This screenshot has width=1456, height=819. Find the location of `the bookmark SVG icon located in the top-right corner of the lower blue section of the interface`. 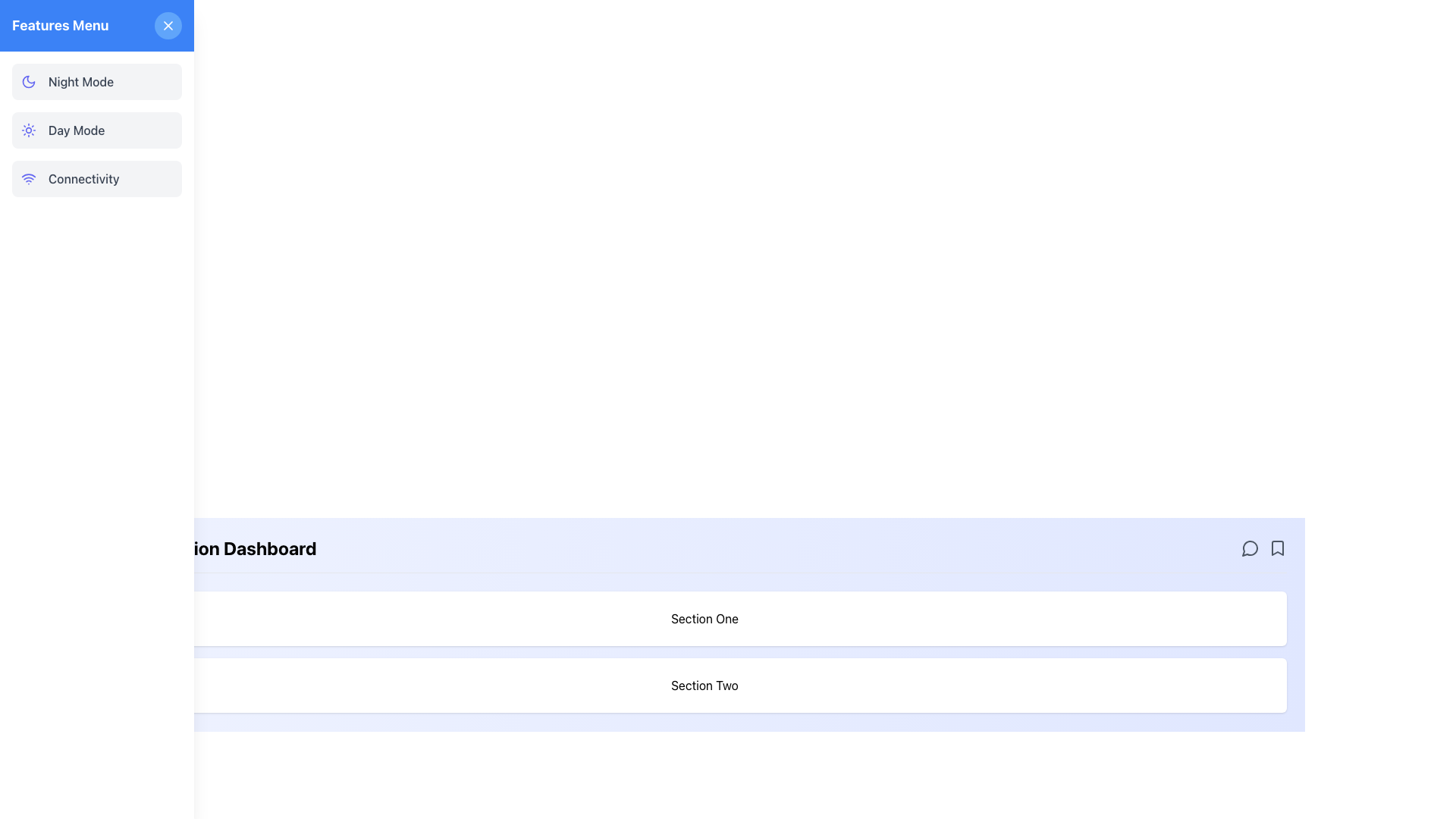

the bookmark SVG icon located in the top-right corner of the lower blue section of the interface is located at coordinates (1276, 548).